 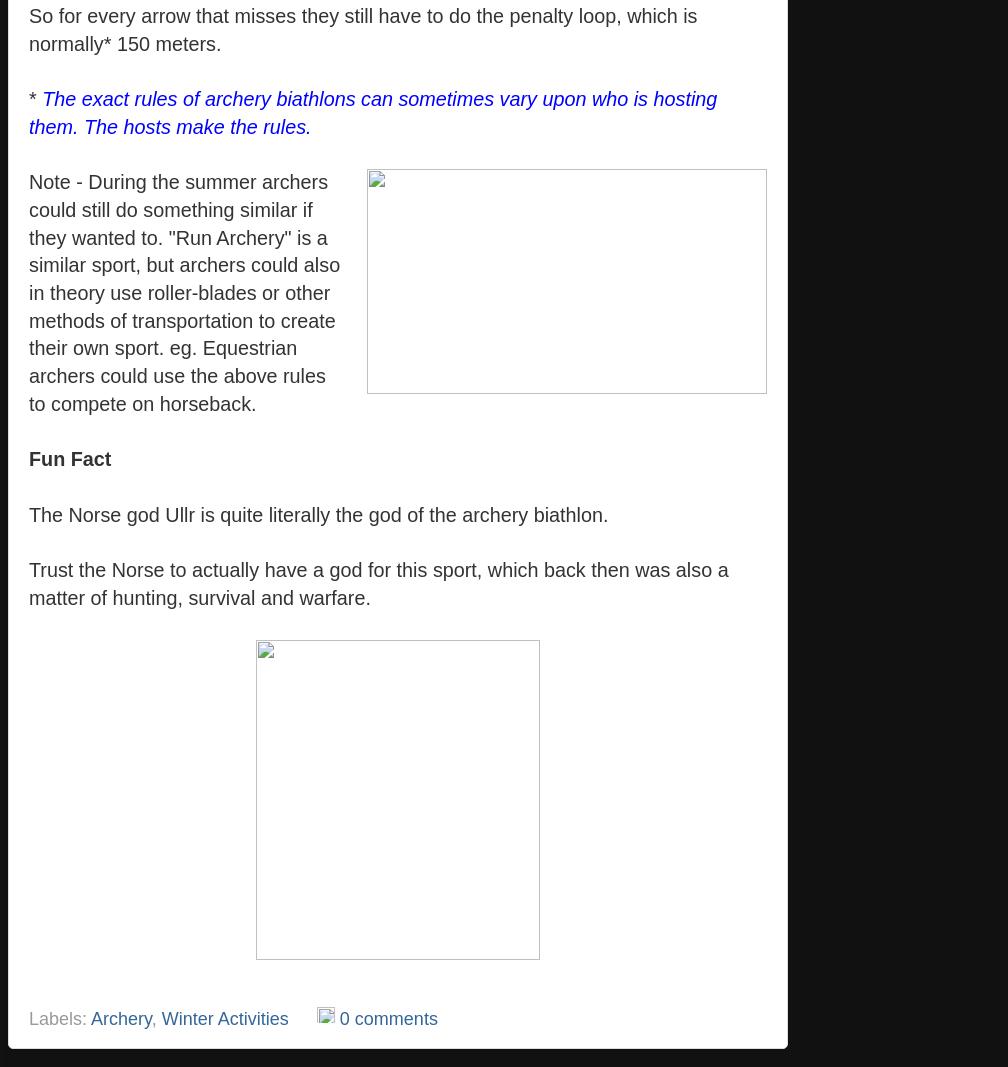 What do you see at coordinates (224, 1018) in the screenshot?
I see `'Winter Activities'` at bounding box center [224, 1018].